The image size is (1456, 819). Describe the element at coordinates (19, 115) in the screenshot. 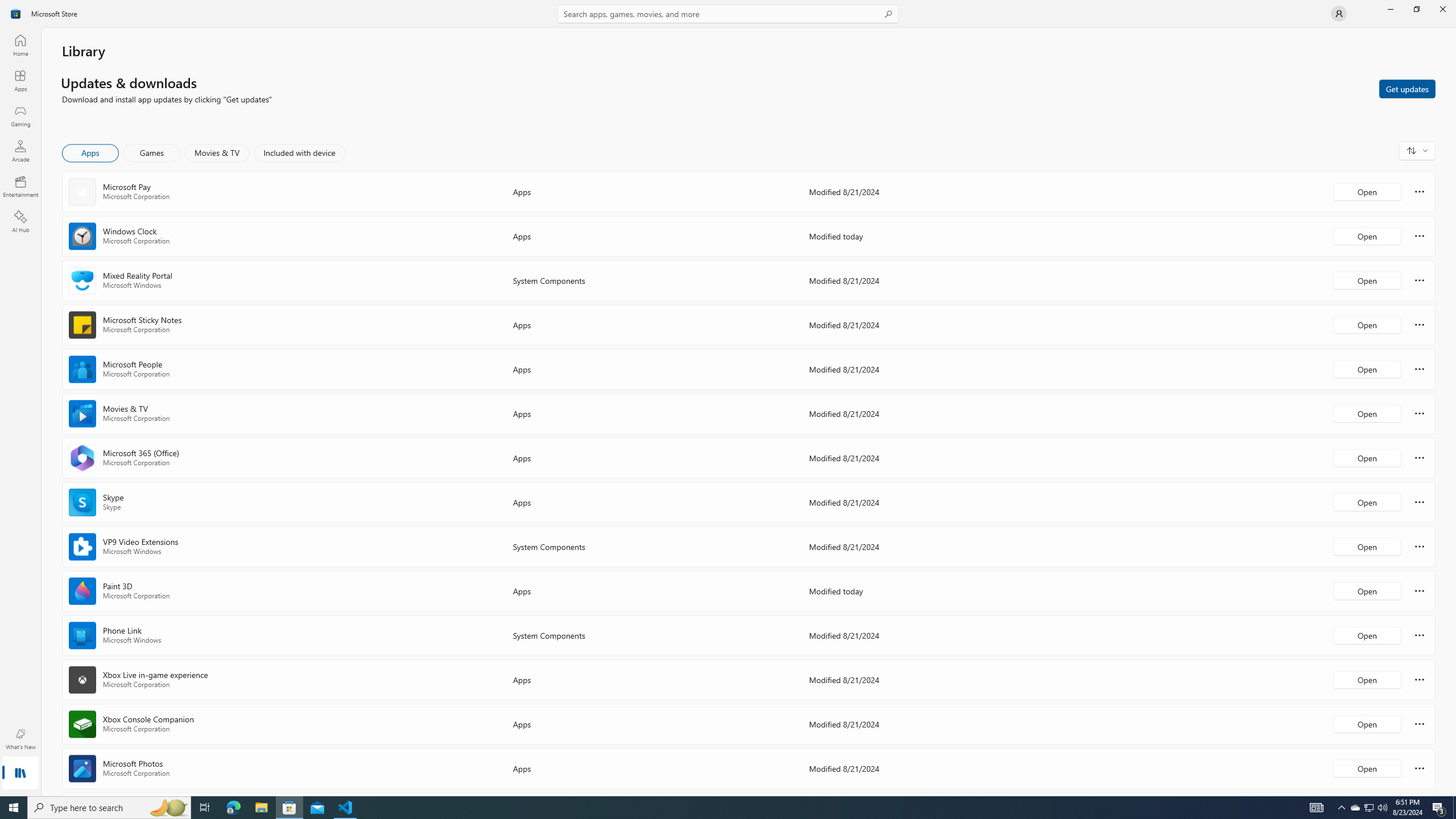

I see `'Gaming'` at that location.